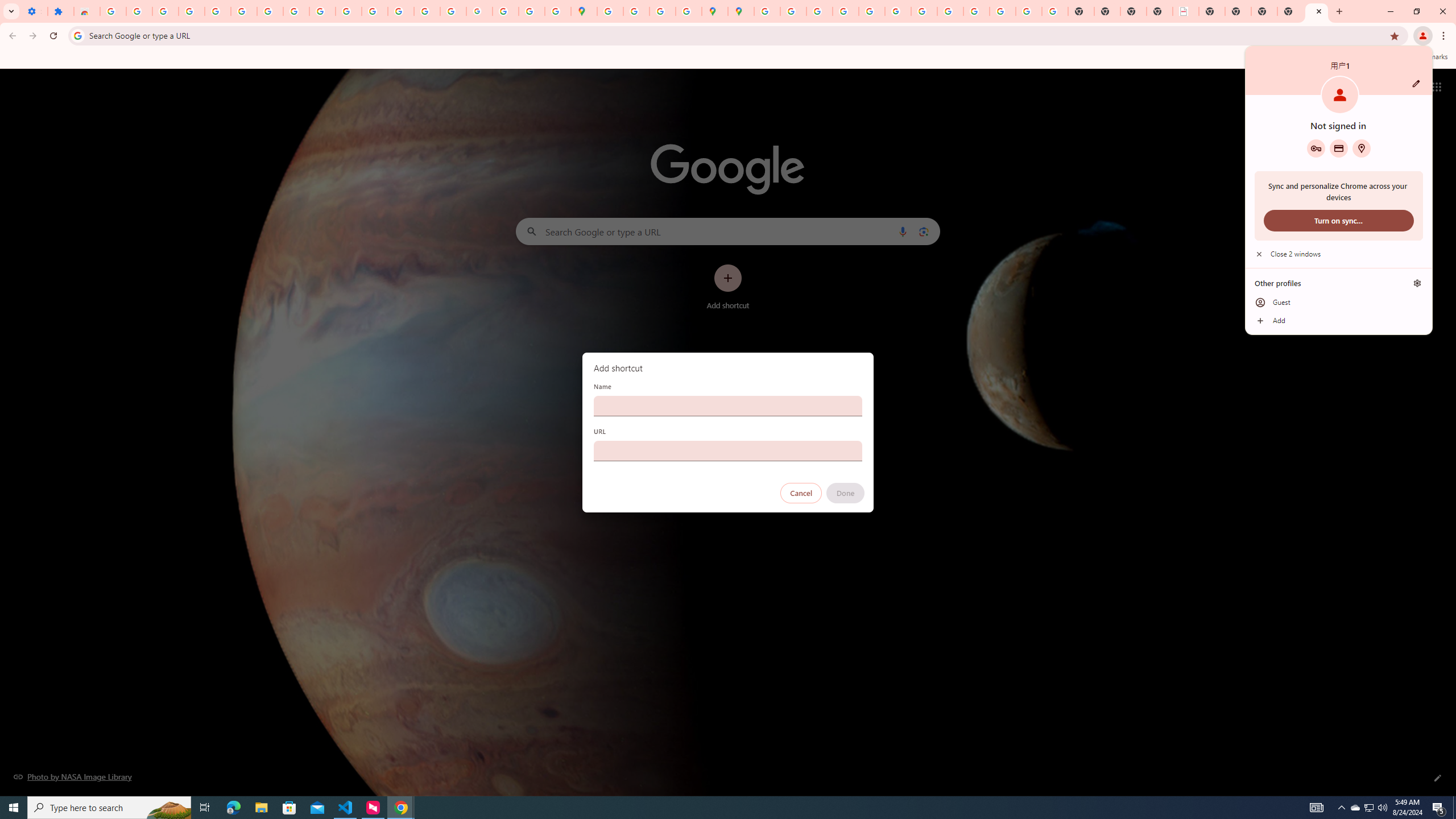 The height and width of the screenshot is (819, 1456). I want to click on 'URL', so click(728, 450).